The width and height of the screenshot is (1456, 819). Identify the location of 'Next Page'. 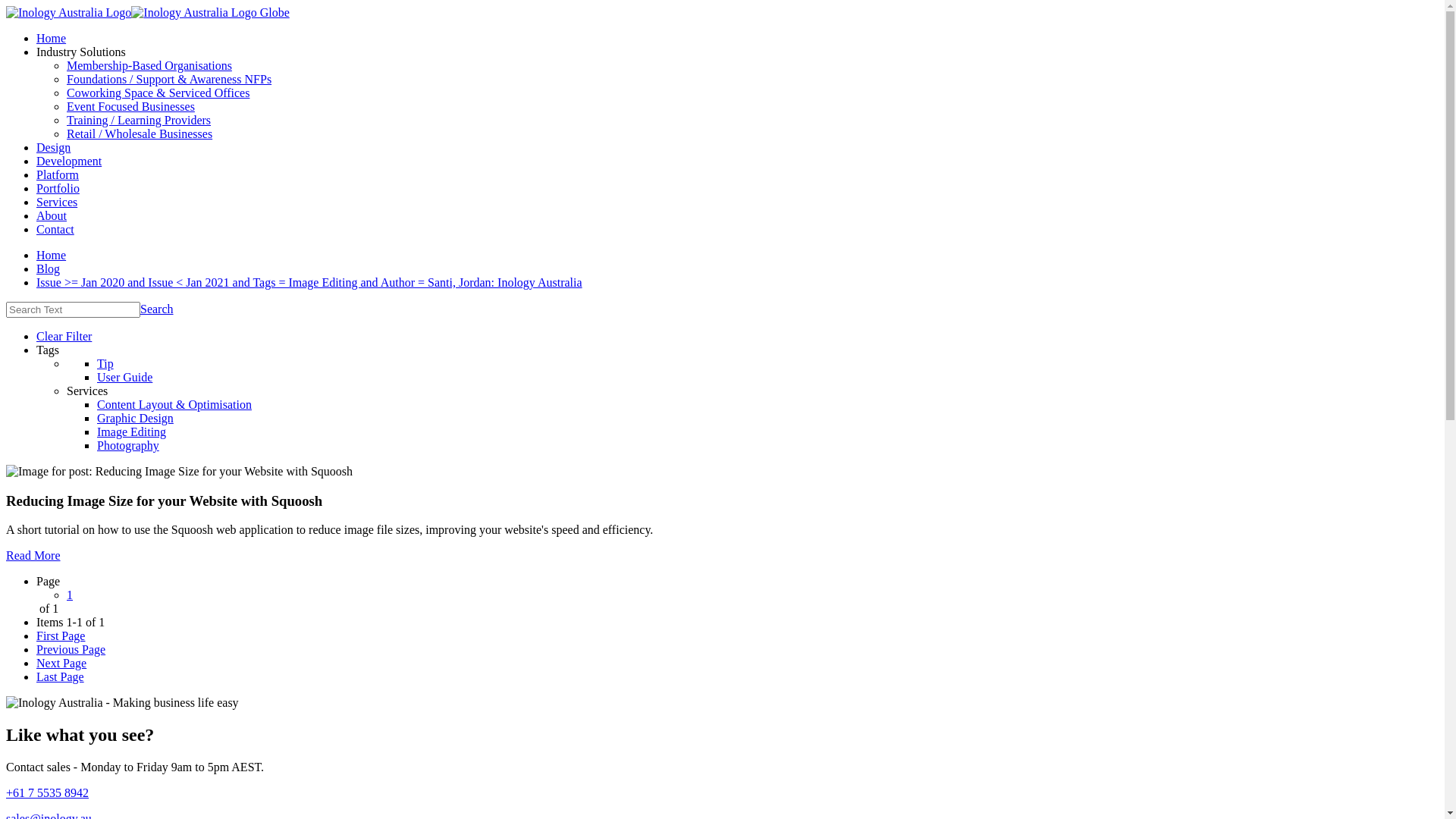
(36, 662).